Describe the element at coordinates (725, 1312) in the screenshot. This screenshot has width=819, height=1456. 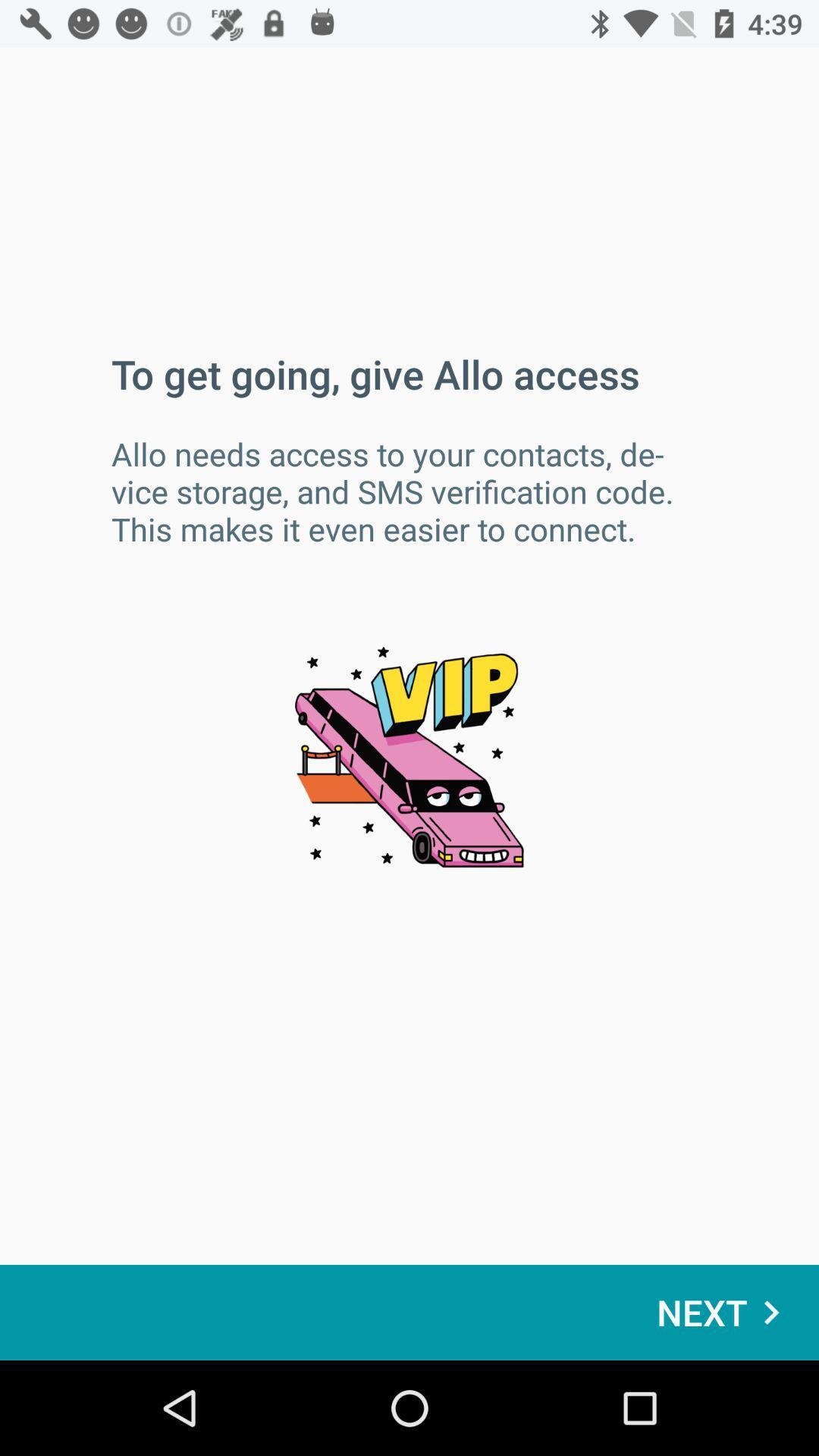
I see `the icon at the bottom right corner` at that location.